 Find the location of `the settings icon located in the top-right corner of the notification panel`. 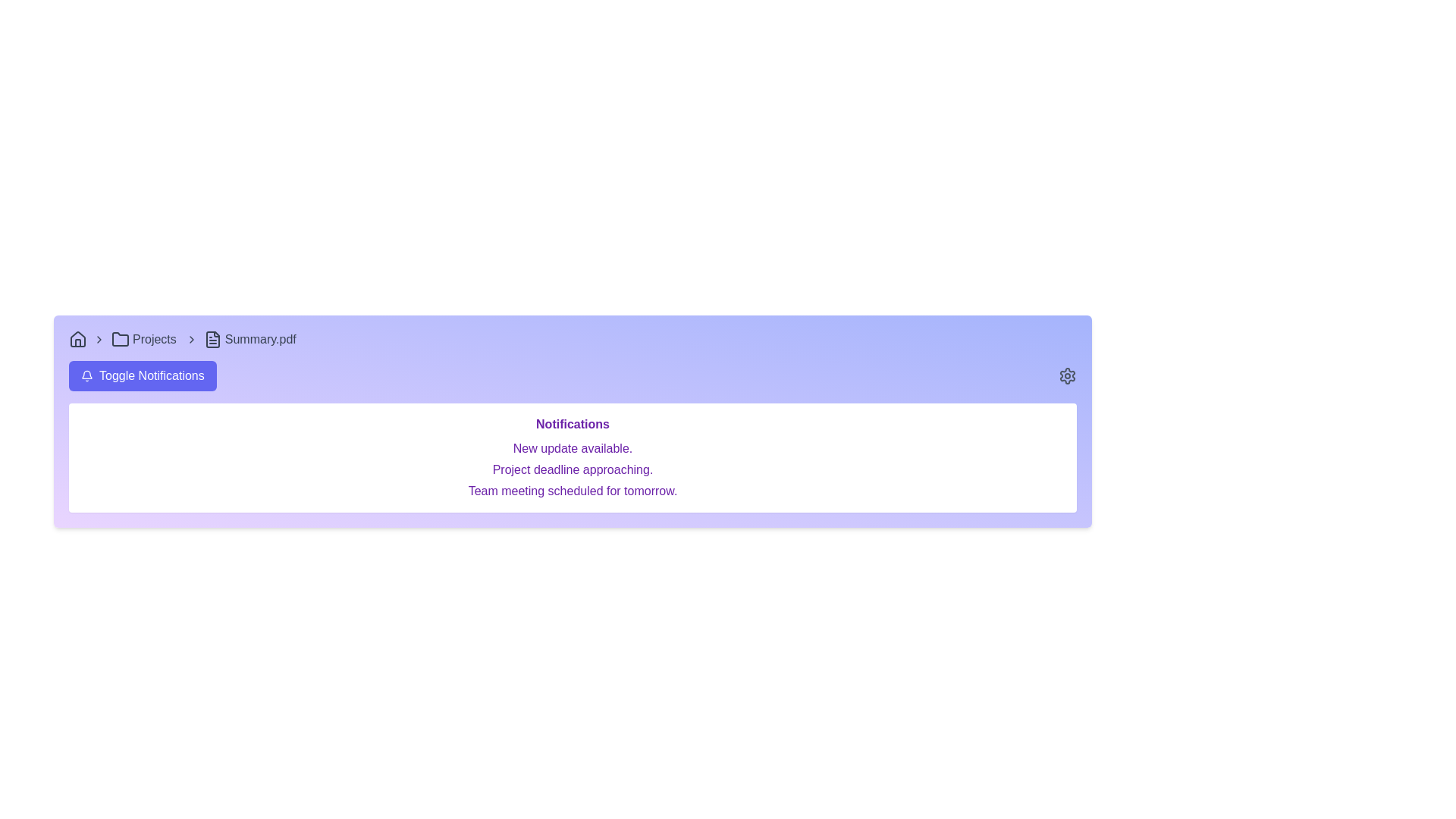

the settings icon located in the top-right corner of the notification panel is located at coordinates (1066, 375).